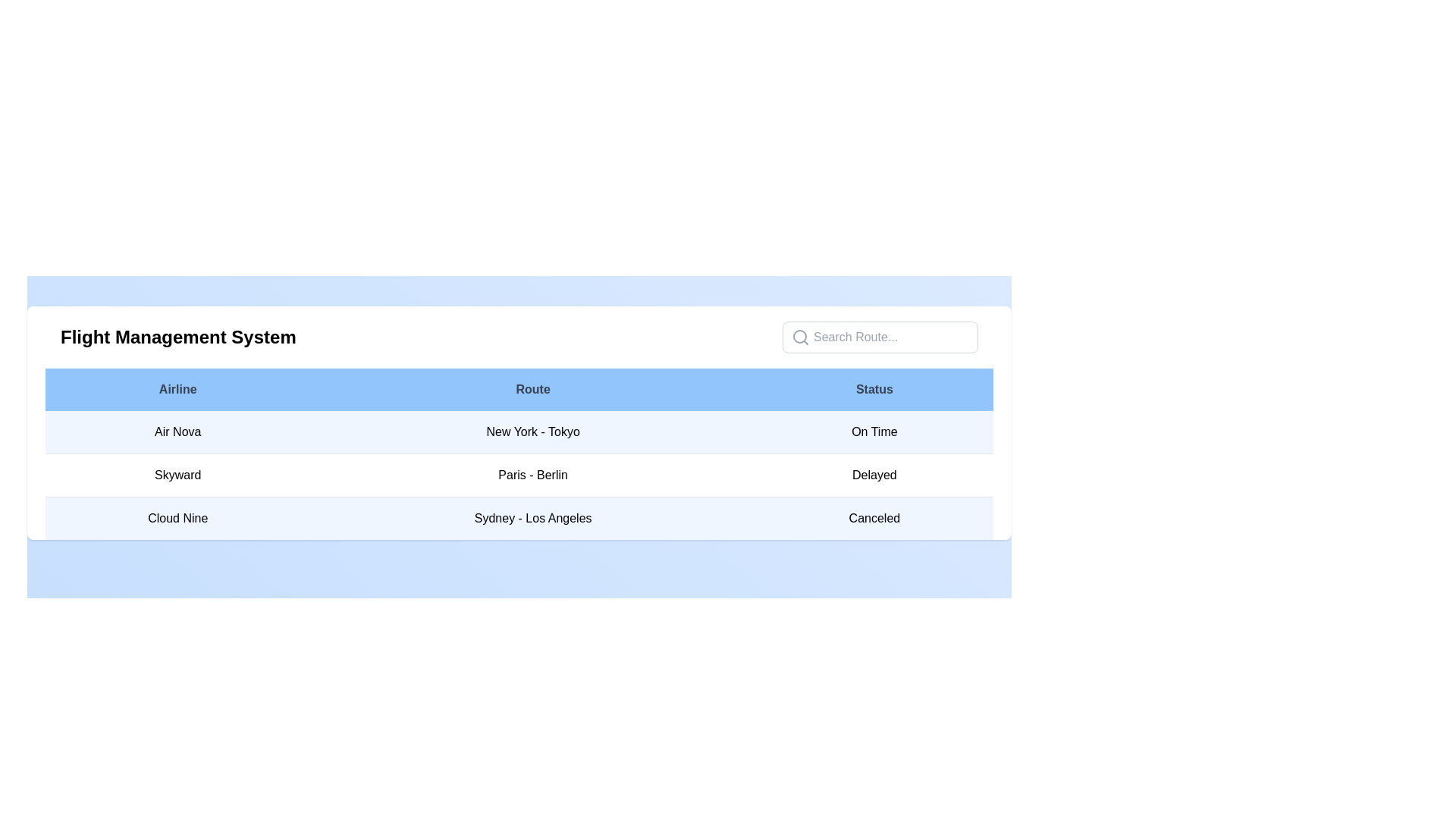 Image resolution: width=1456 pixels, height=819 pixels. Describe the element at coordinates (177, 432) in the screenshot. I see `the 'Air Nova' text label, which is the leftmost entry` at that location.